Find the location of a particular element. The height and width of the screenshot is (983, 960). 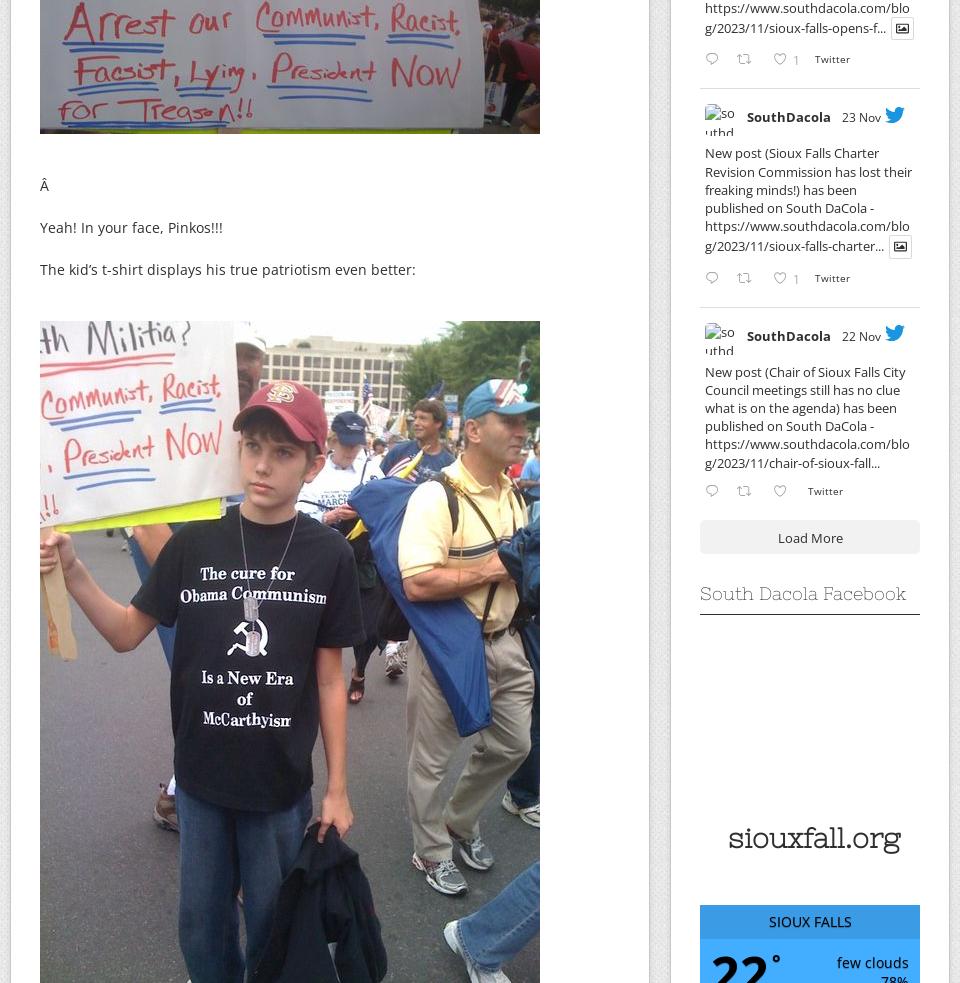

'The kid’s t-shirt displays his true patriotism even better:' is located at coordinates (39, 269).